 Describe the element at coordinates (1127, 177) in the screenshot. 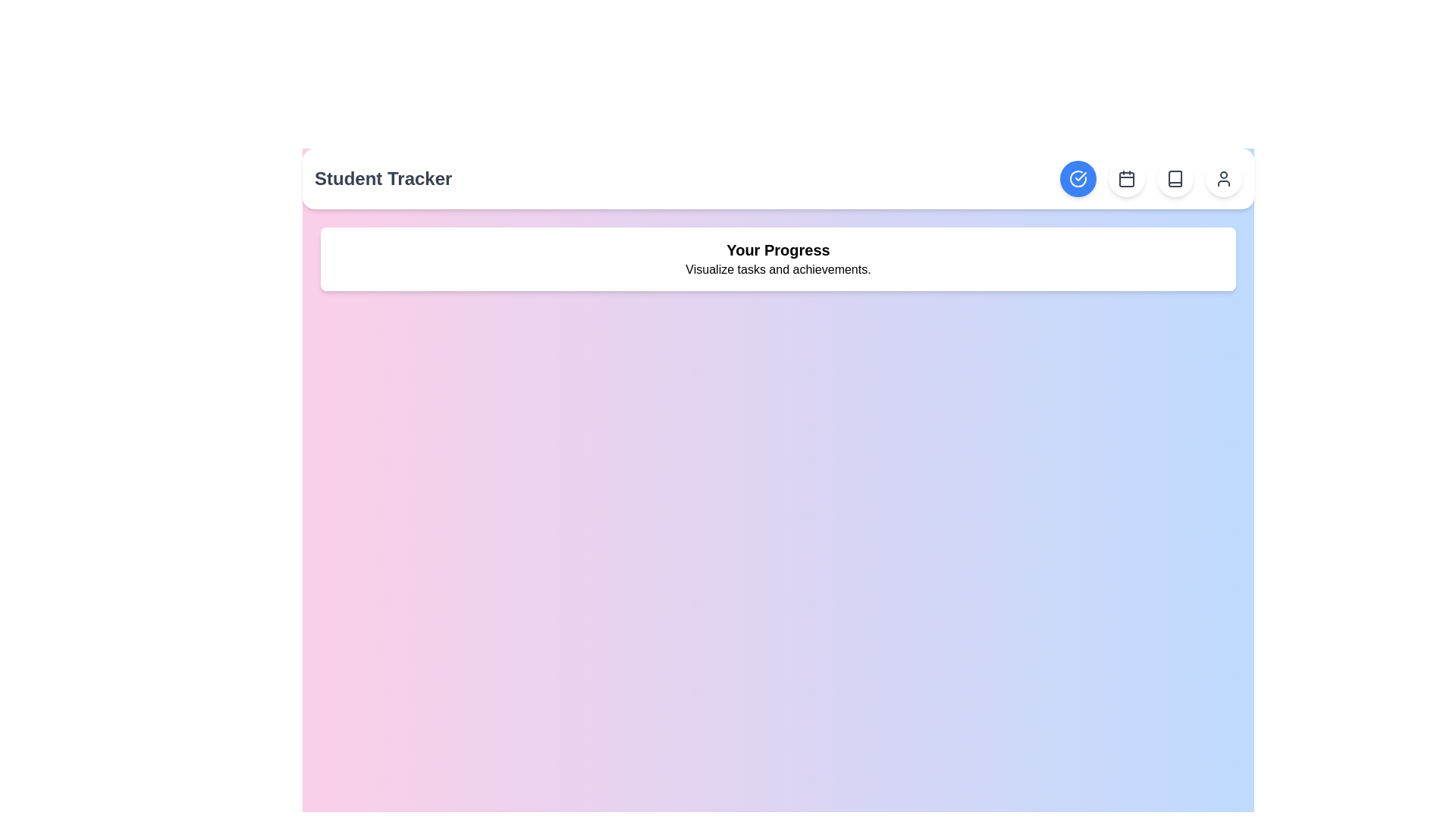

I see `the circular button with a calendar icon, located near the top-right corner of the interface` at that location.